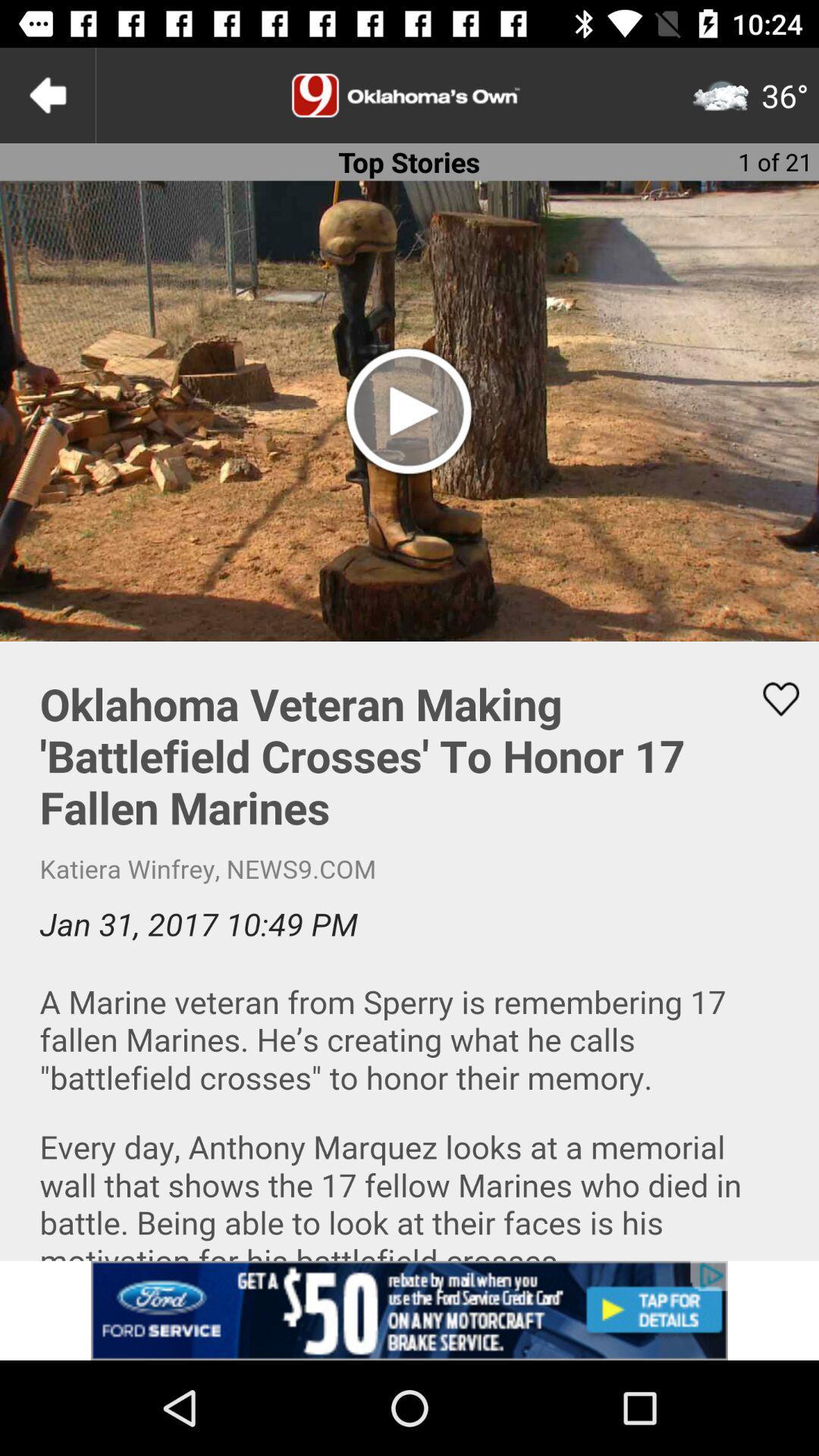  I want to click on make it favorite, so click(771, 698).